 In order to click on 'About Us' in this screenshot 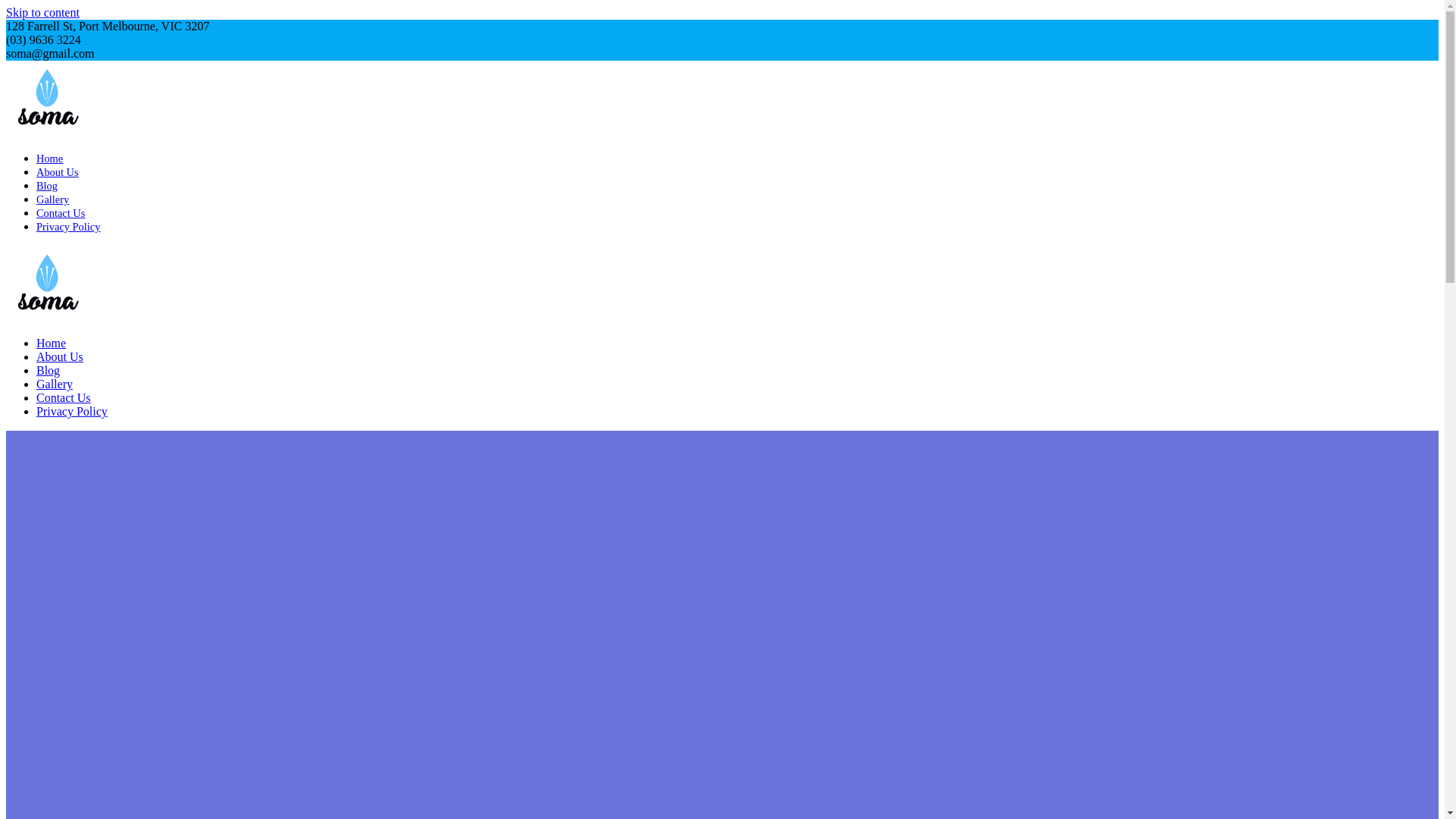, I will do `click(59, 356)`.